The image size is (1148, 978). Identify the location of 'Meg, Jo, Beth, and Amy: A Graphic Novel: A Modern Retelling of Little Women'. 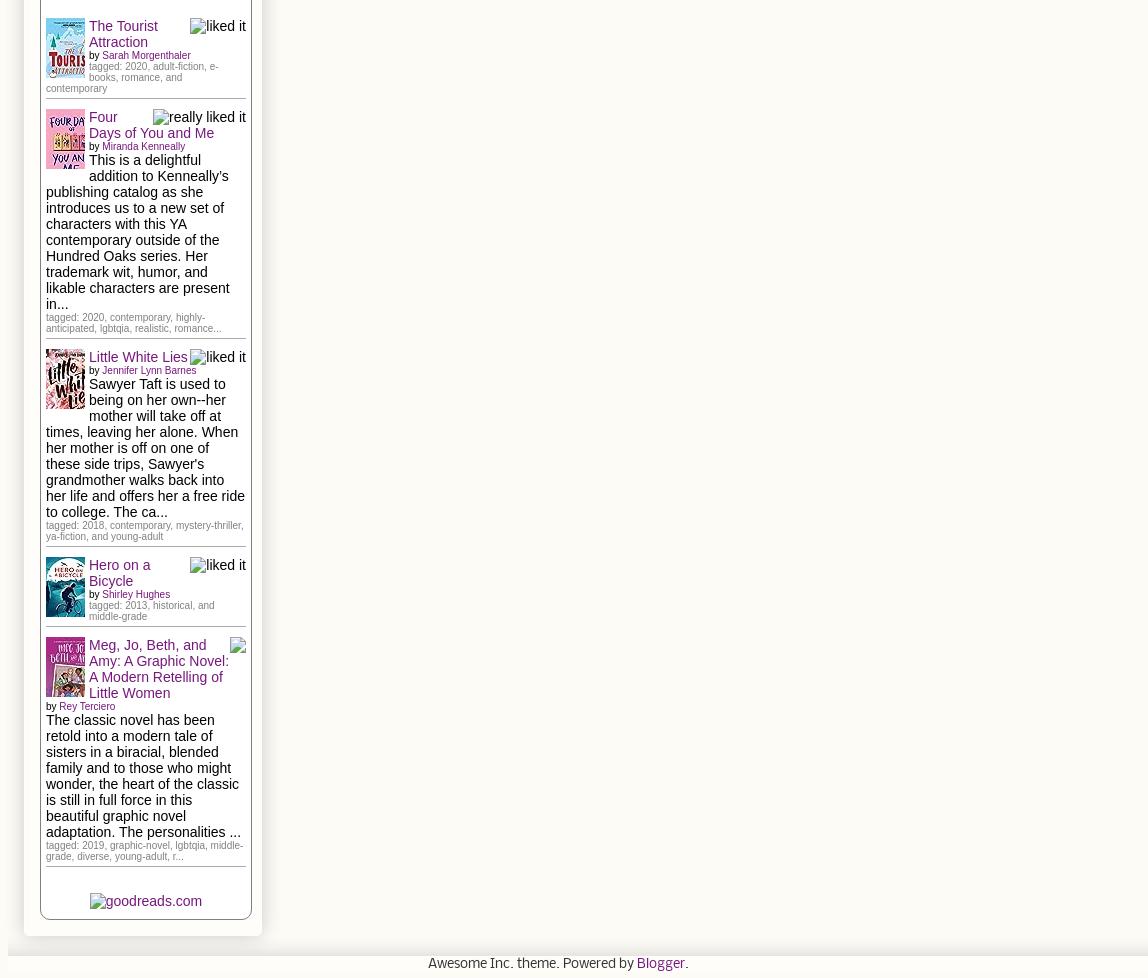
(158, 667).